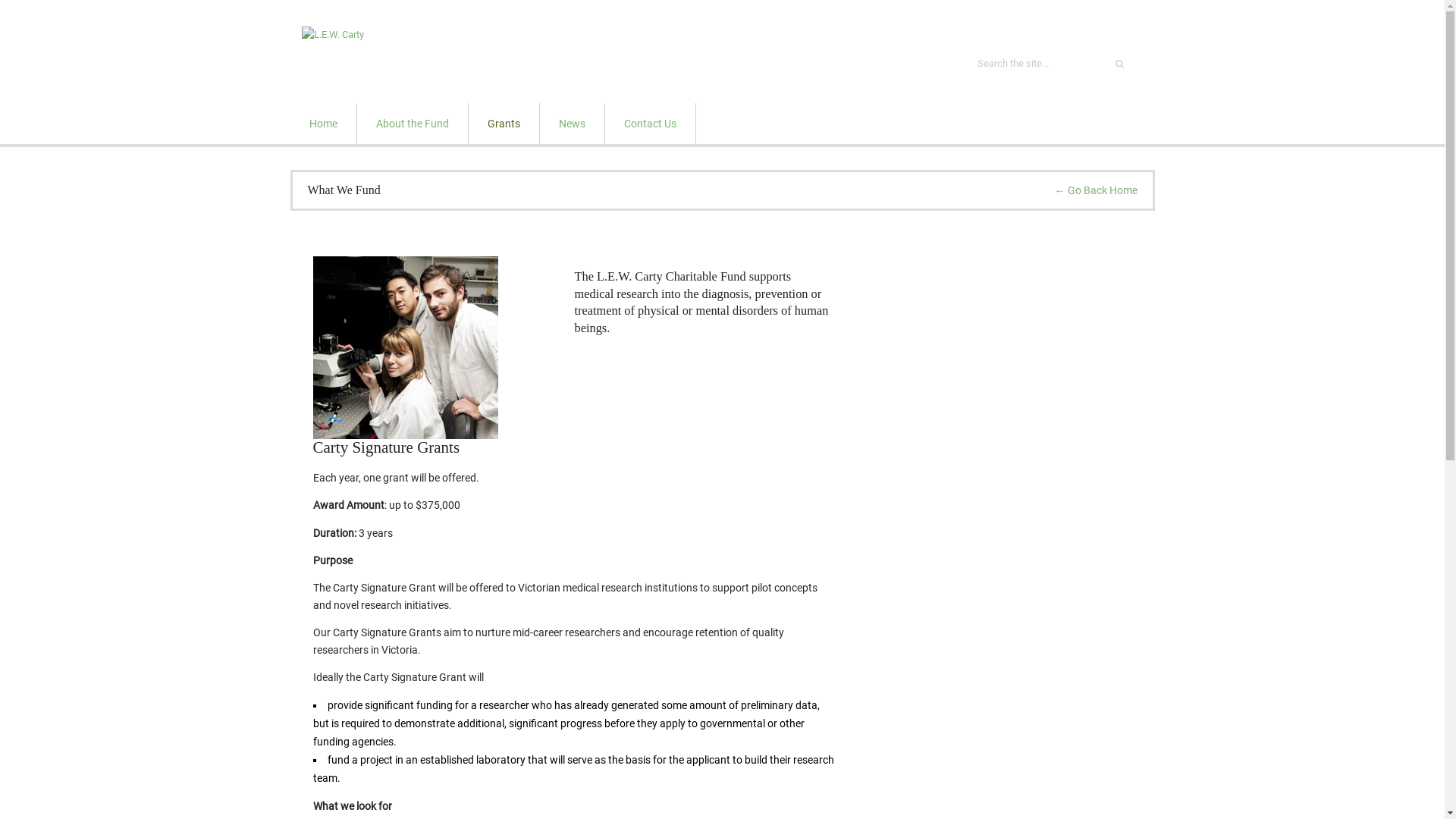 The width and height of the screenshot is (1456, 819). What do you see at coordinates (623, 122) in the screenshot?
I see `'Contact Us'` at bounding box center [623, 122].